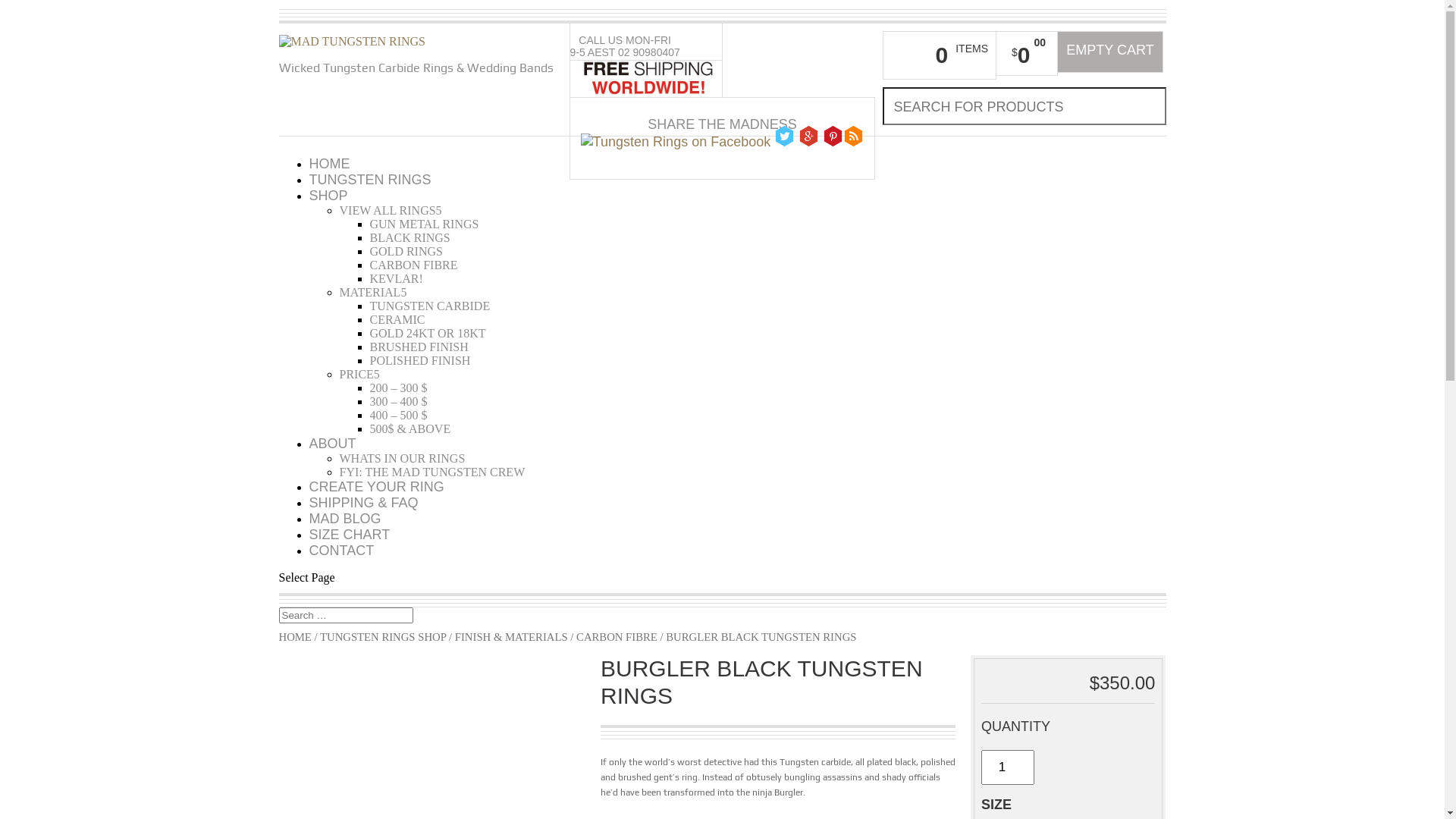 The image size is (1456, 819). I want to click on 'CREATE YOUR RING', so click(377, 486).